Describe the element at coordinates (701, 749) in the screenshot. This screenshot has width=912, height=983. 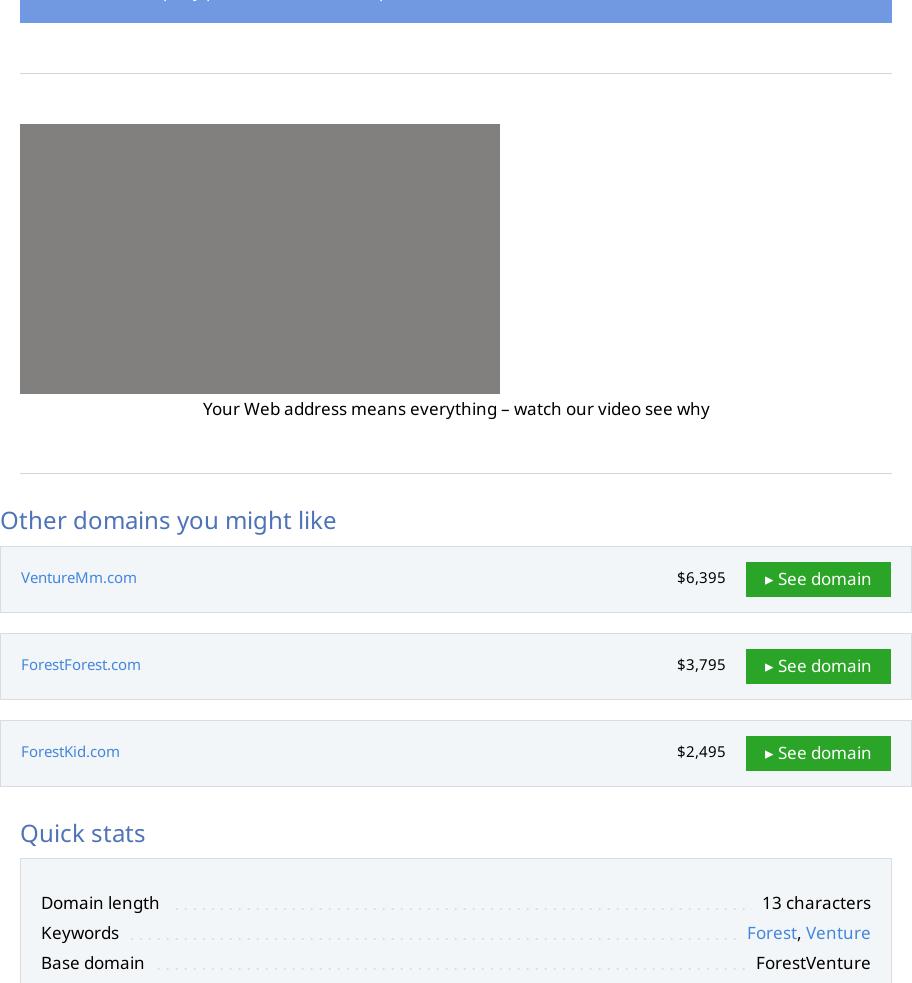
I see `'$2,495'` at that location.